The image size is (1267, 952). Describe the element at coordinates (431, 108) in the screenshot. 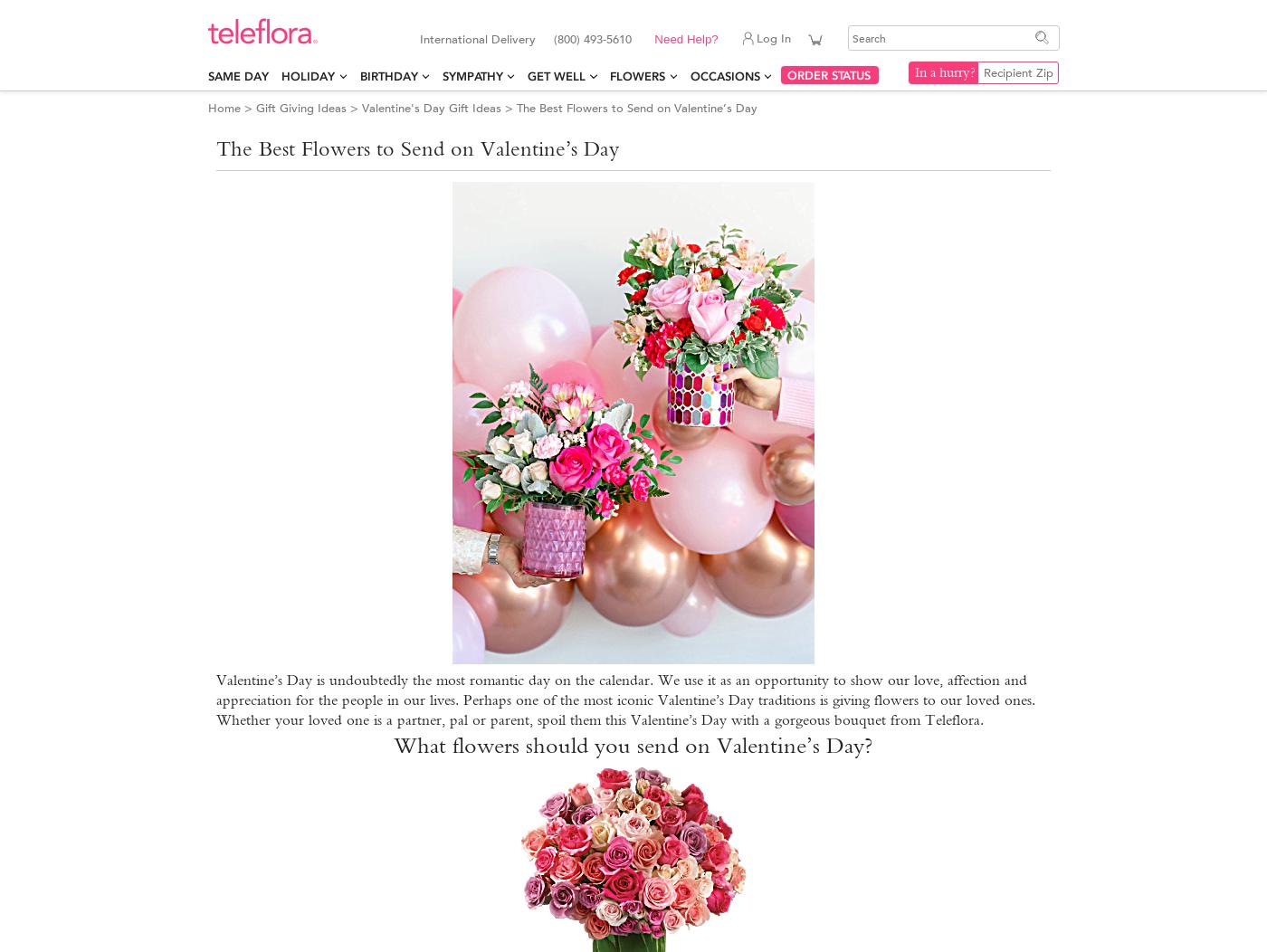

I see `'Valentine's Day Gift Ideas'` at that location.